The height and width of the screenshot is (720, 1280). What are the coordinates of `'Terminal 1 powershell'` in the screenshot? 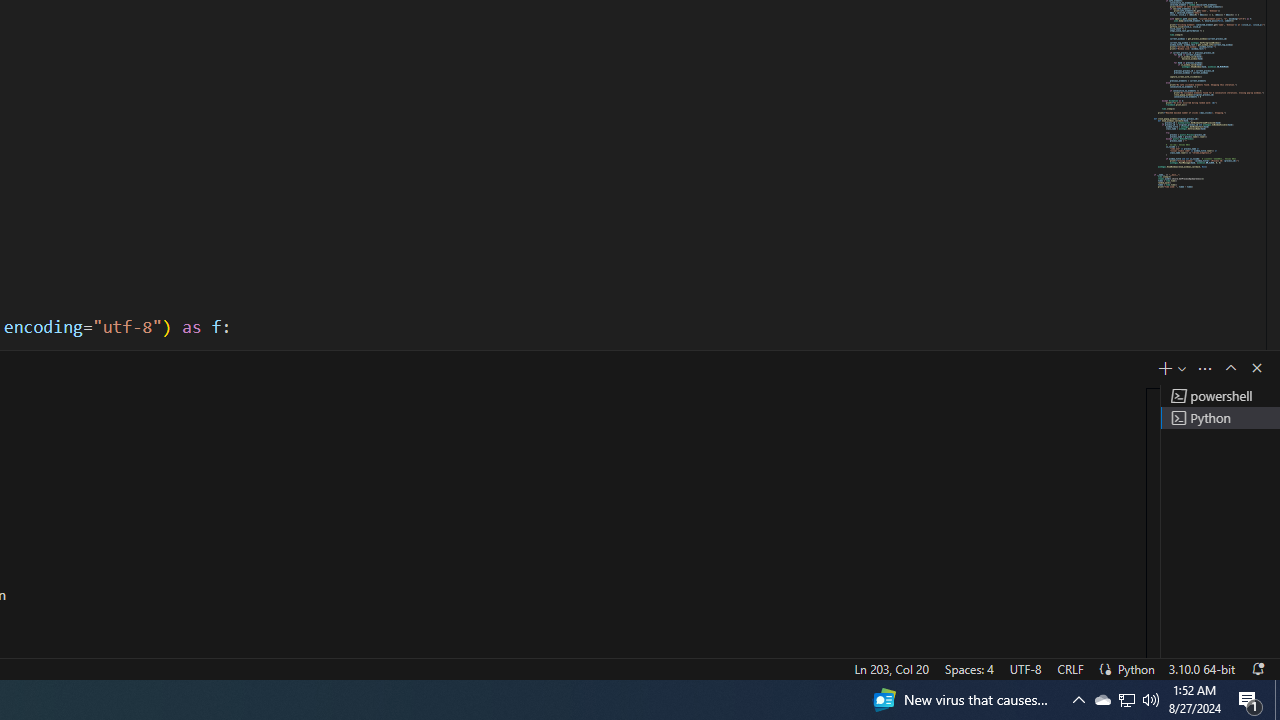 It's located at (1219, 396).